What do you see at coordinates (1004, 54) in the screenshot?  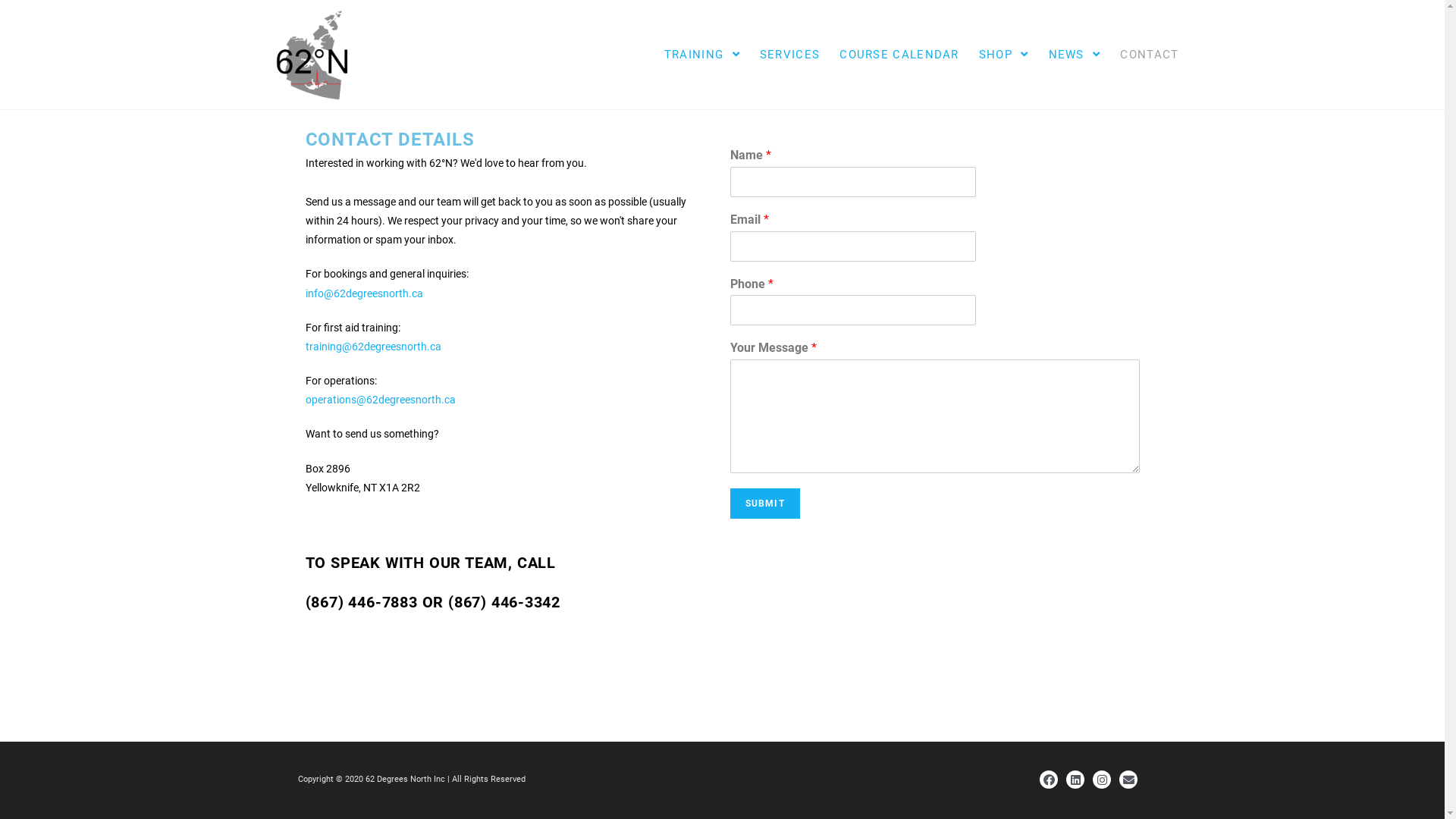 I see `'SHOP'` at bounding box center [1004, 54].